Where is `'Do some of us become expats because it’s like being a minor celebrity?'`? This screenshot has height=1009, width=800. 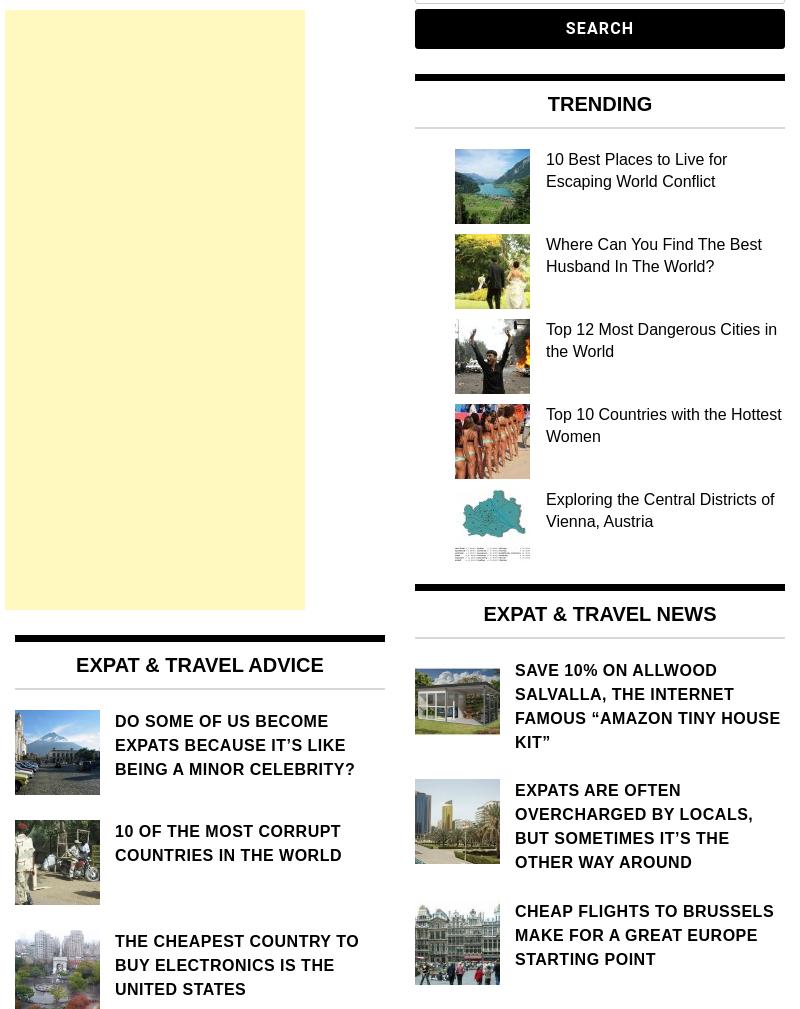 'Do some of us become expats because it’s like being a minor celebrity?' is located at coordinates (113, 745).